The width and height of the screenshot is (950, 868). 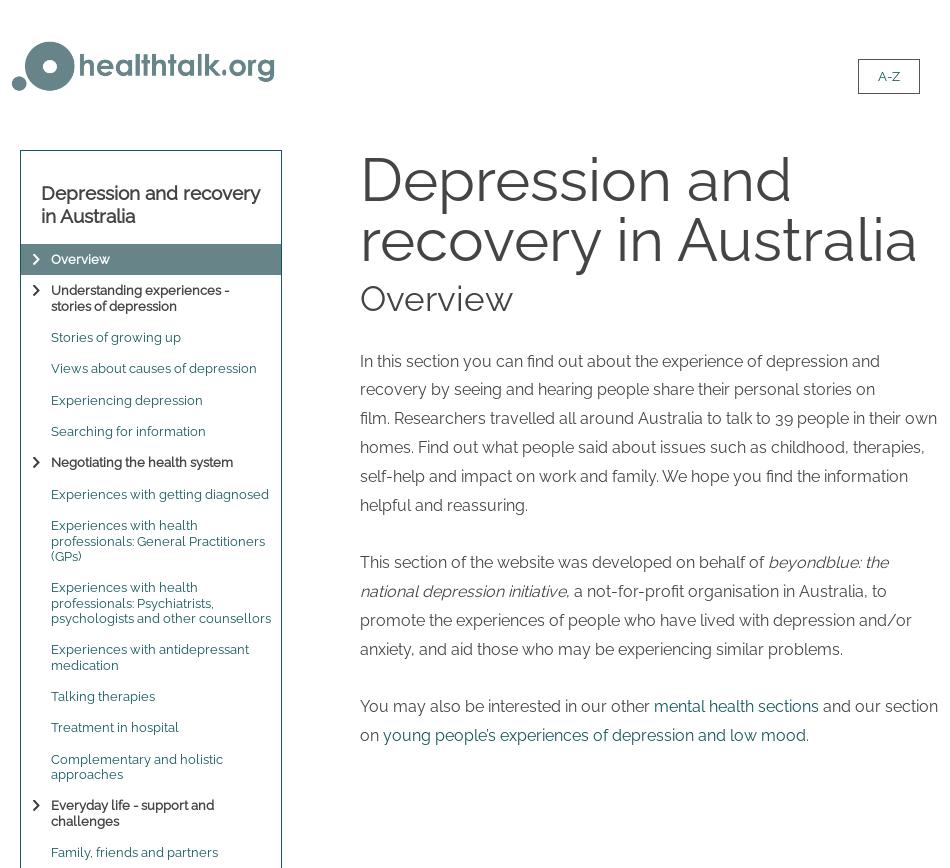 I want to click on 'young people’s experiences of depression and low mood', so click(x=382, y=734).